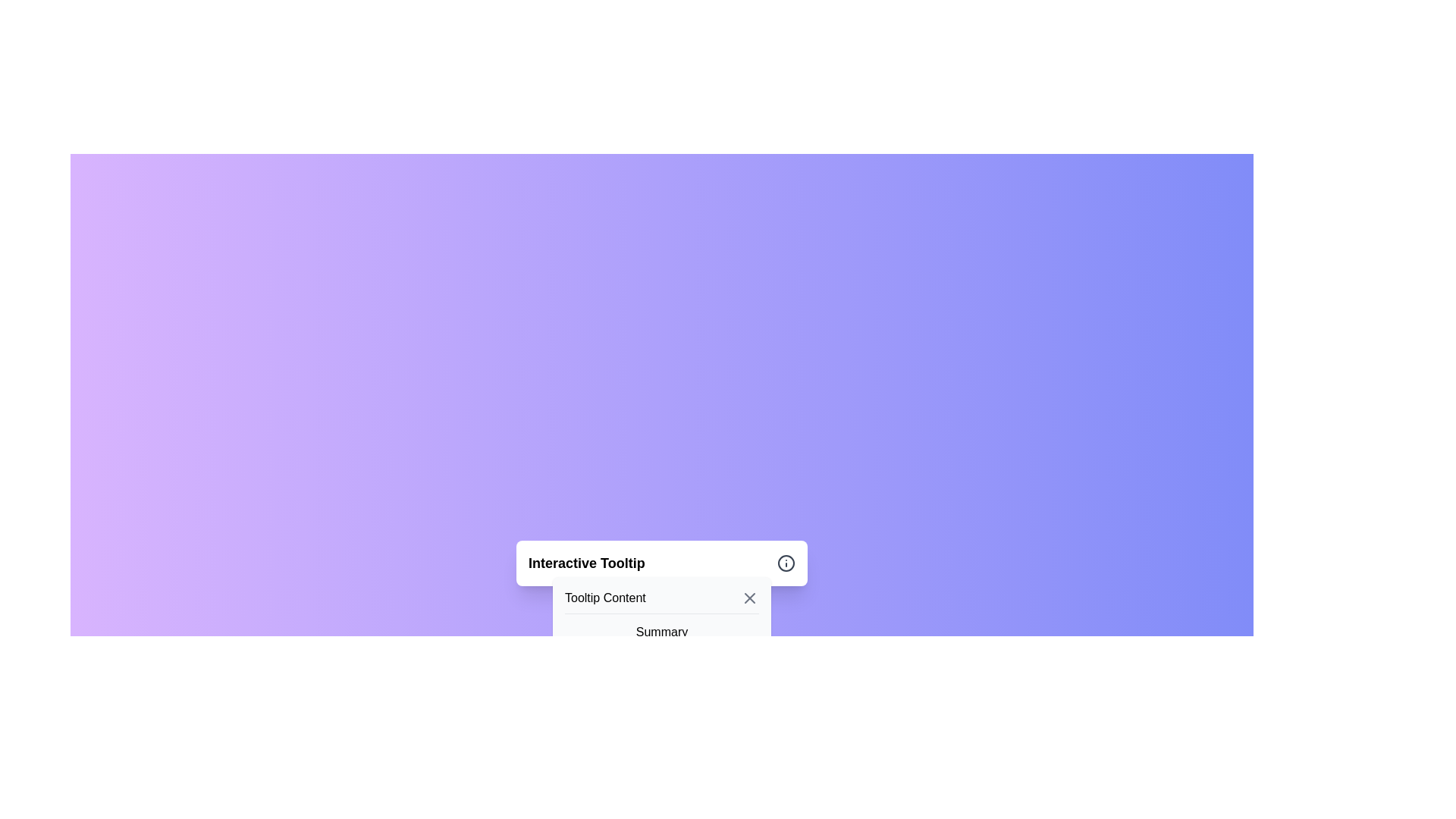 The image size is (1456, 819). I want to click on the bold text label 'Interactive Tooltip', which is styled prominently in black and positioned to the left of an information icon, so click(585, 563).